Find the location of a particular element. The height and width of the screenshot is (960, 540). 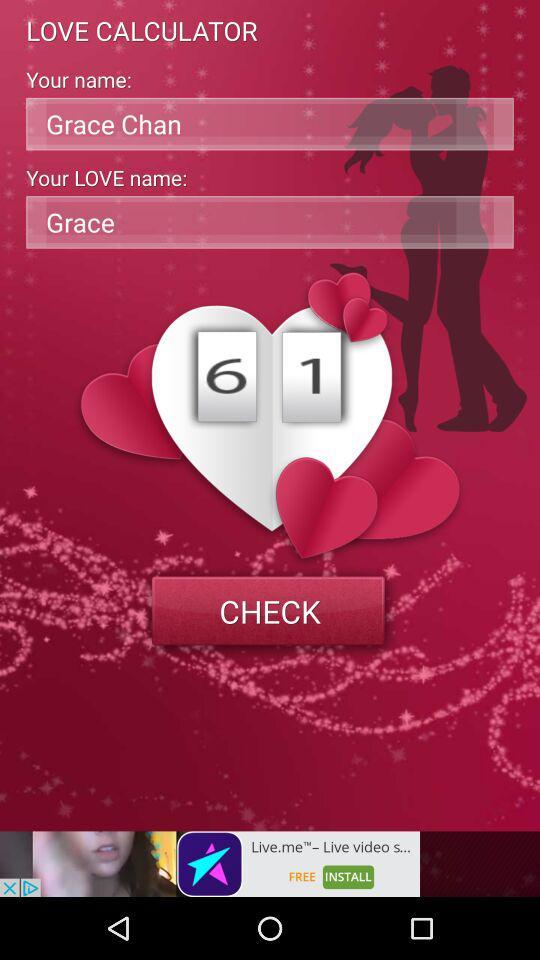

adverts is located at coordinates (209, 863).